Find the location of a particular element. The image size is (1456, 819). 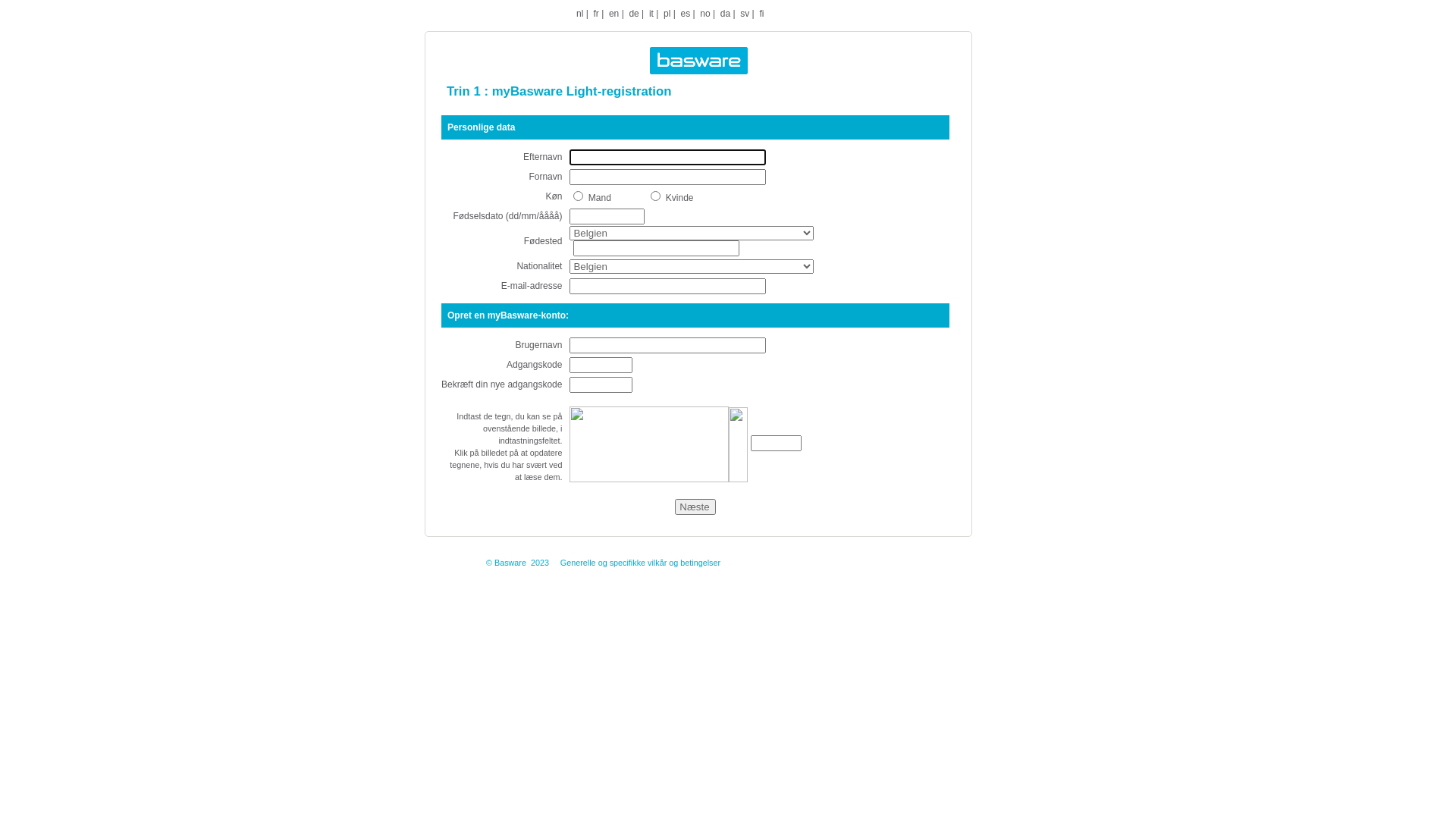

'de' is located at coordinates (629, 14).